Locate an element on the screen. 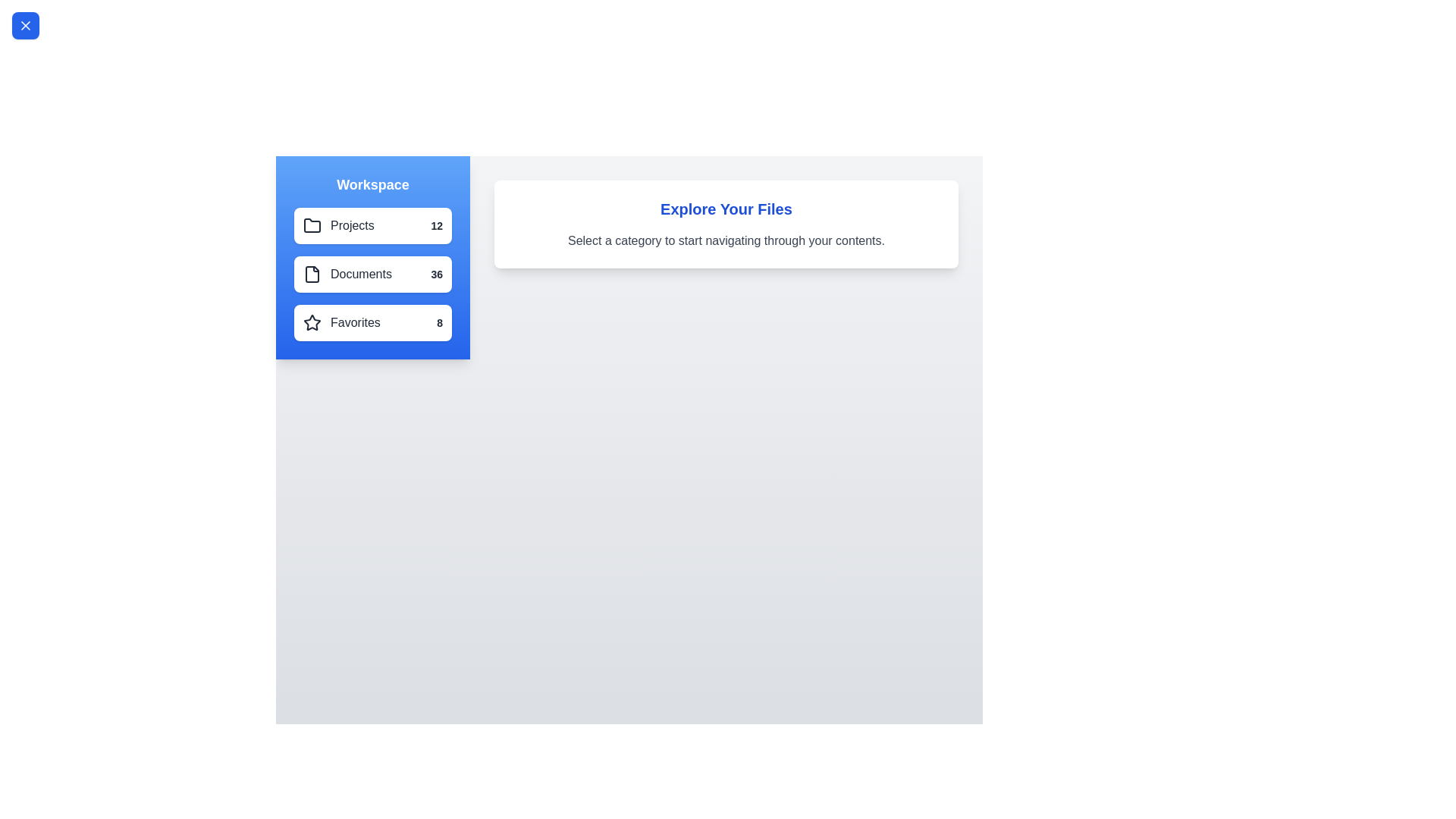 This screenshot has width=1456, height=819. the category Projects from the list is located at coordinates (372, 225).